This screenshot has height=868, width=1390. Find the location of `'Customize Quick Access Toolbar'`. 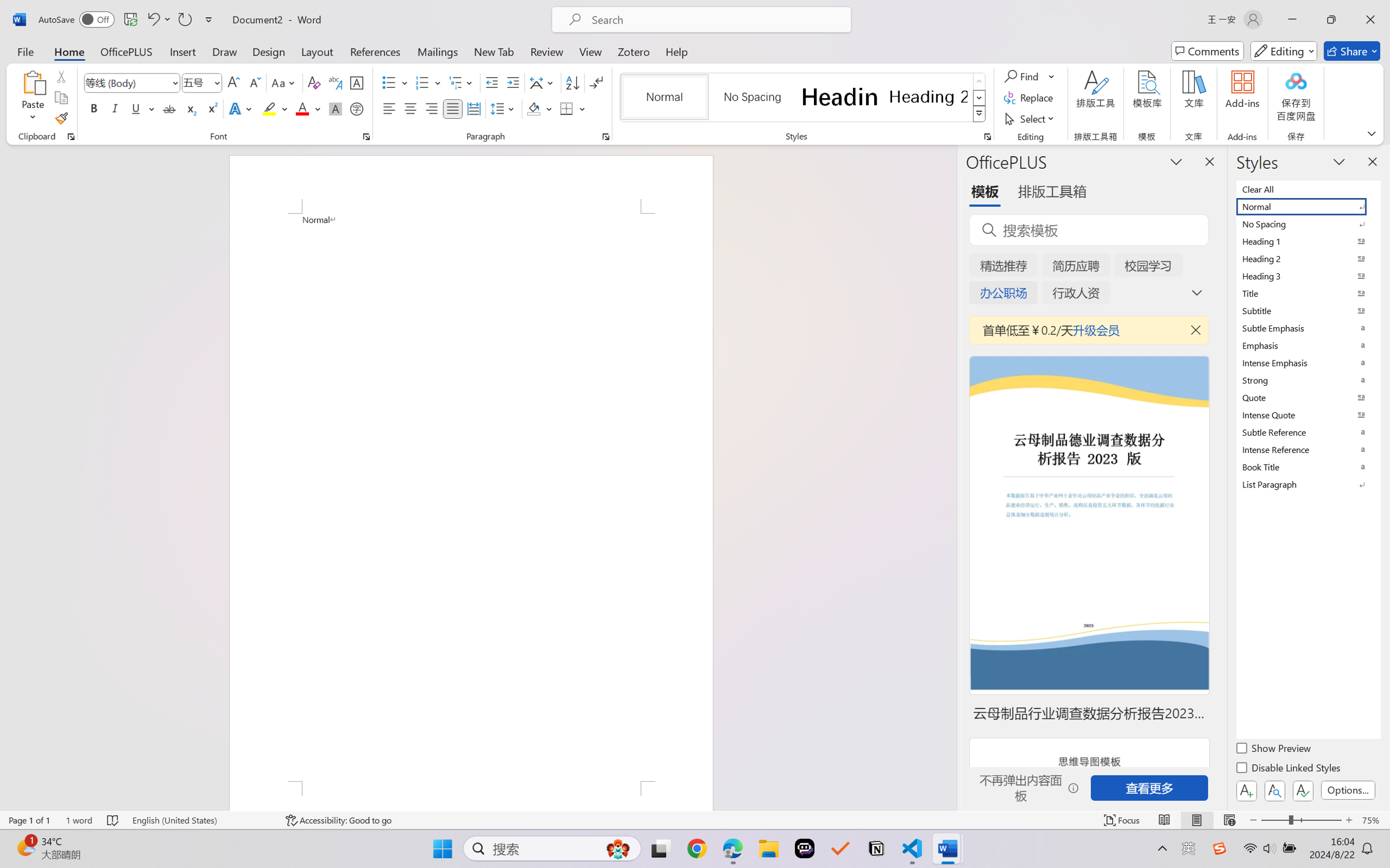

'Customize Quick Access Toolbar' is located at coordinates (208, 19).